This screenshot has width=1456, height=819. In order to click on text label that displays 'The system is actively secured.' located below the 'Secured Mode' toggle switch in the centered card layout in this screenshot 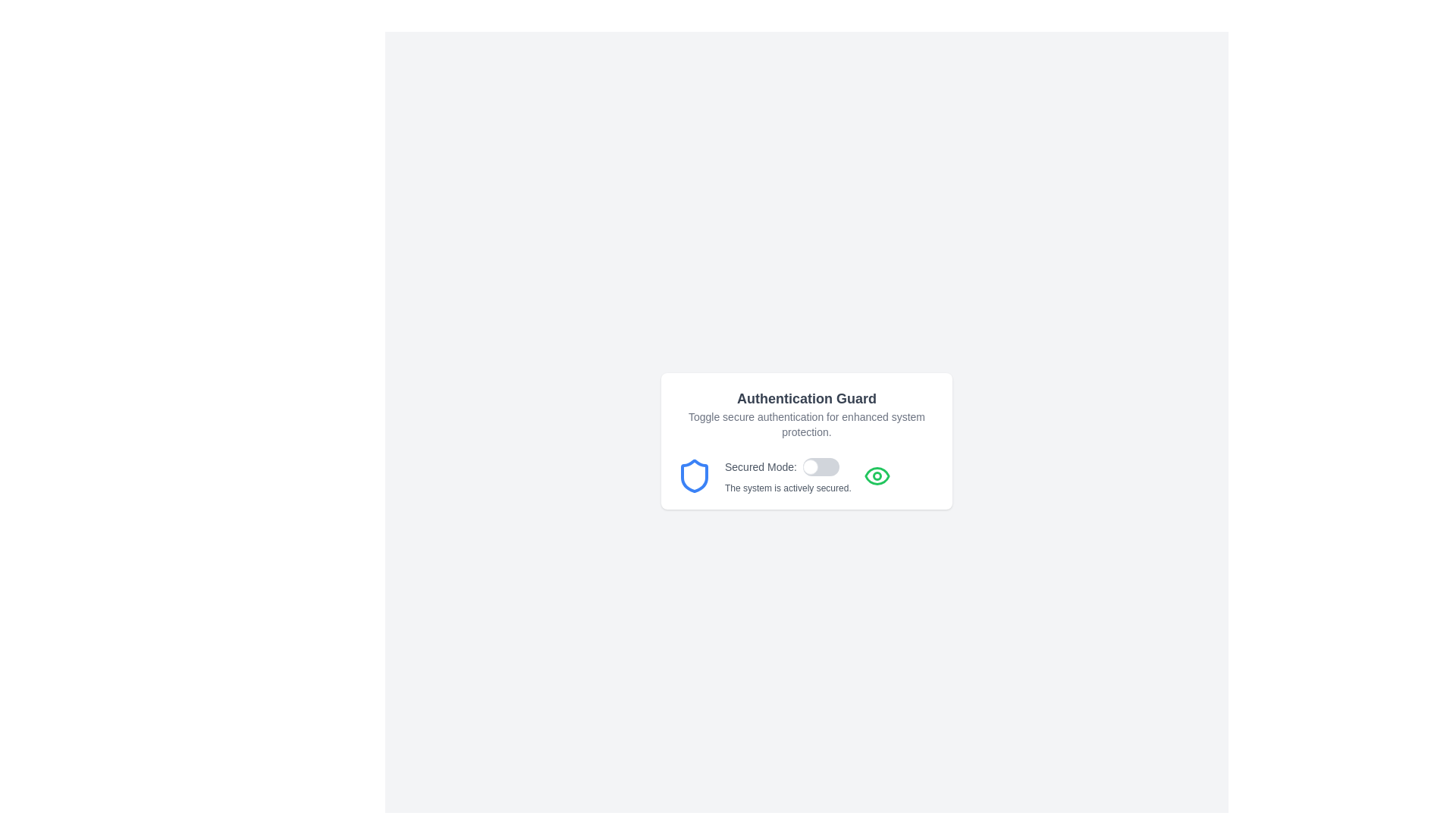, I will do `click(788, 488)`.